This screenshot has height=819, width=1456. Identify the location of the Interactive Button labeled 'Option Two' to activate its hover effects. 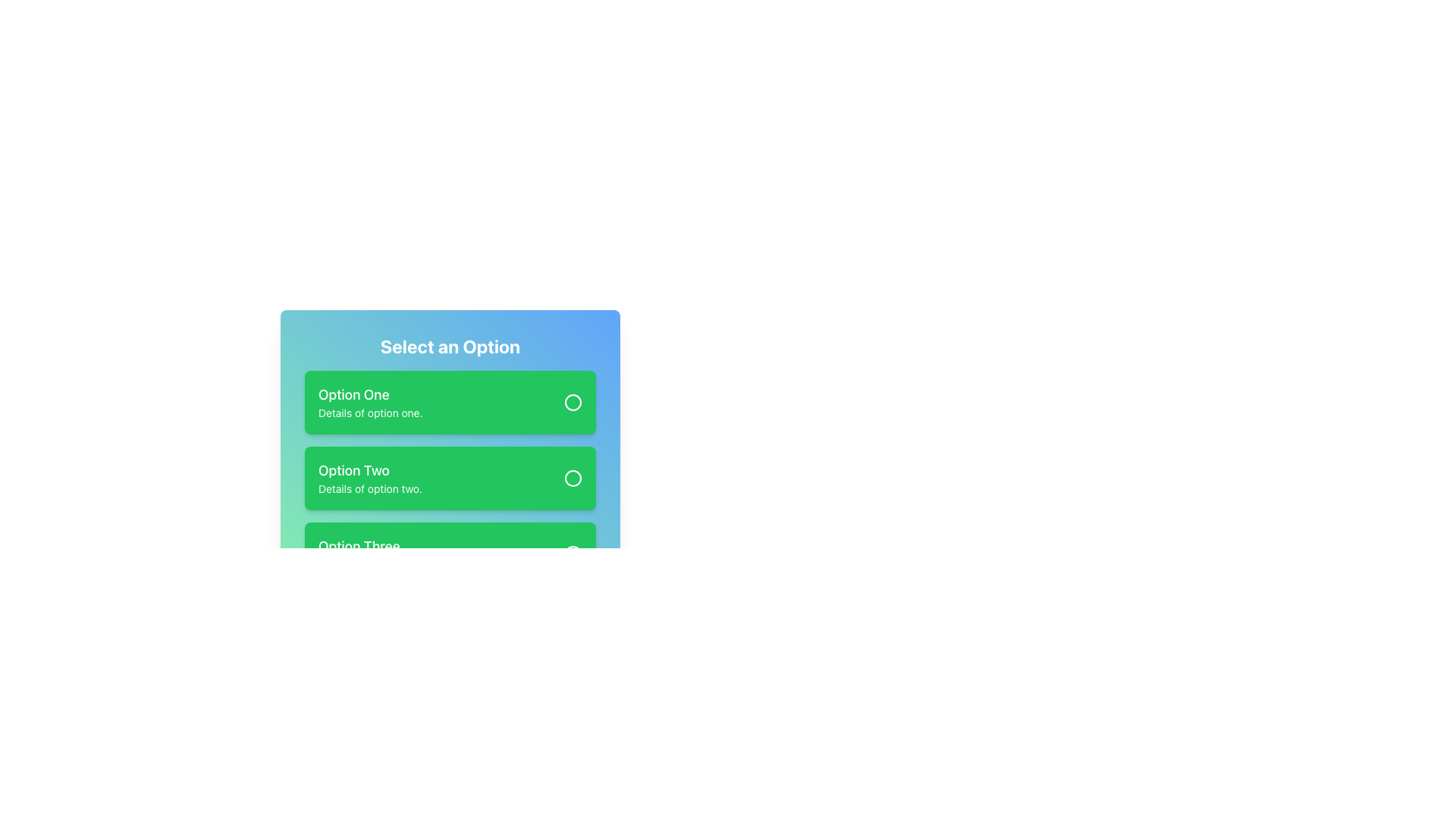
(450, 459).